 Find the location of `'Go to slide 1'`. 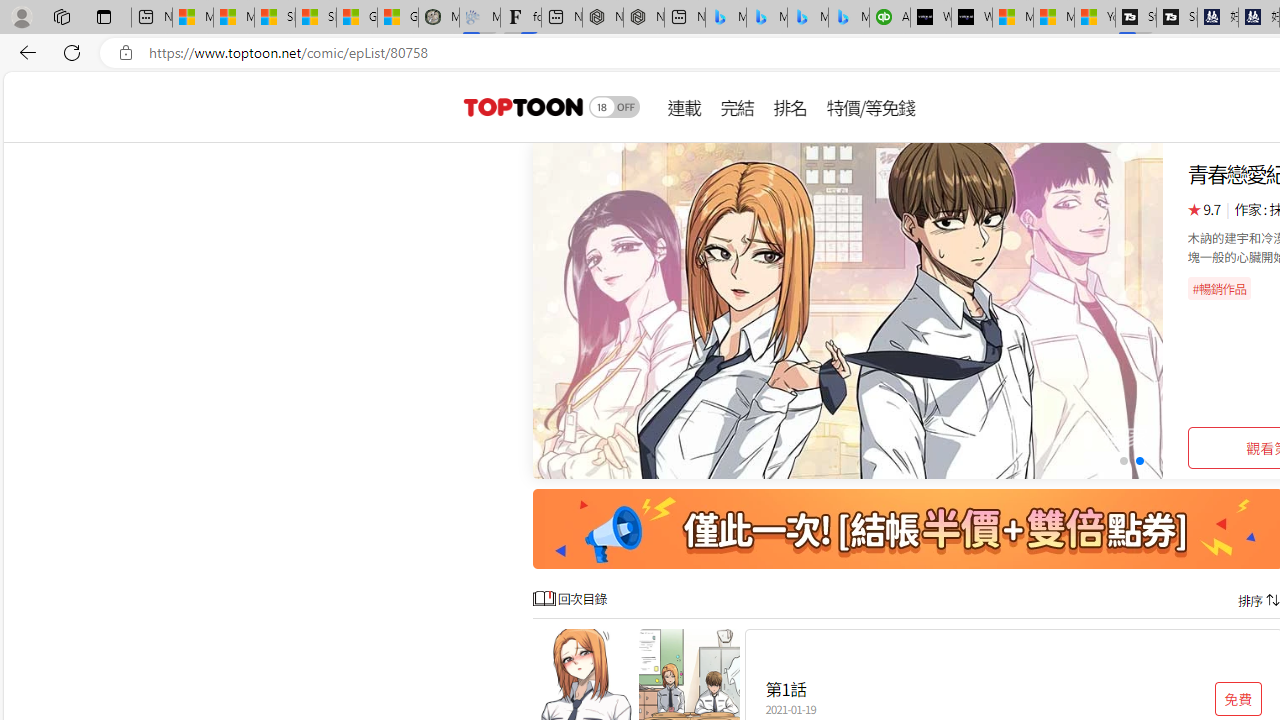

'Go to slide 1' is located at coordinates (1123, 461).